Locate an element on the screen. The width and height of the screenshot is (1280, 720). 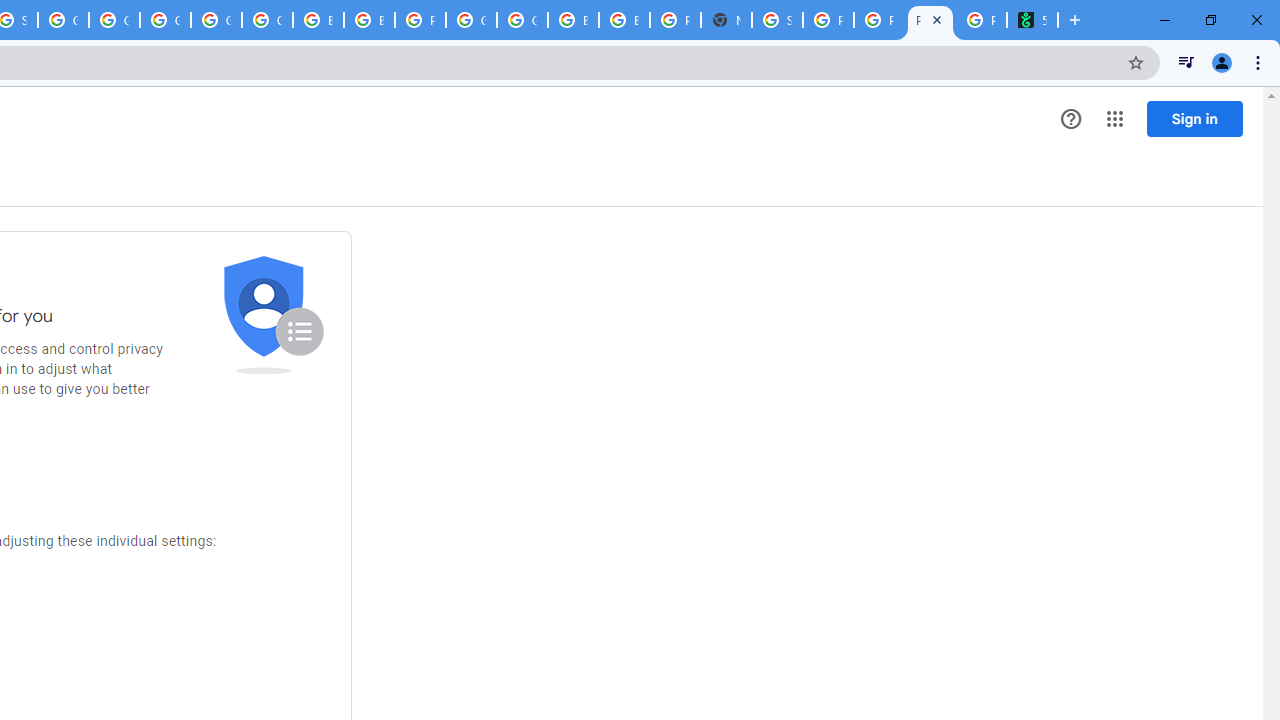
'Browse Chrome as a guest - Computer - Google Chrome Help' is located at coordinates (369, 20).